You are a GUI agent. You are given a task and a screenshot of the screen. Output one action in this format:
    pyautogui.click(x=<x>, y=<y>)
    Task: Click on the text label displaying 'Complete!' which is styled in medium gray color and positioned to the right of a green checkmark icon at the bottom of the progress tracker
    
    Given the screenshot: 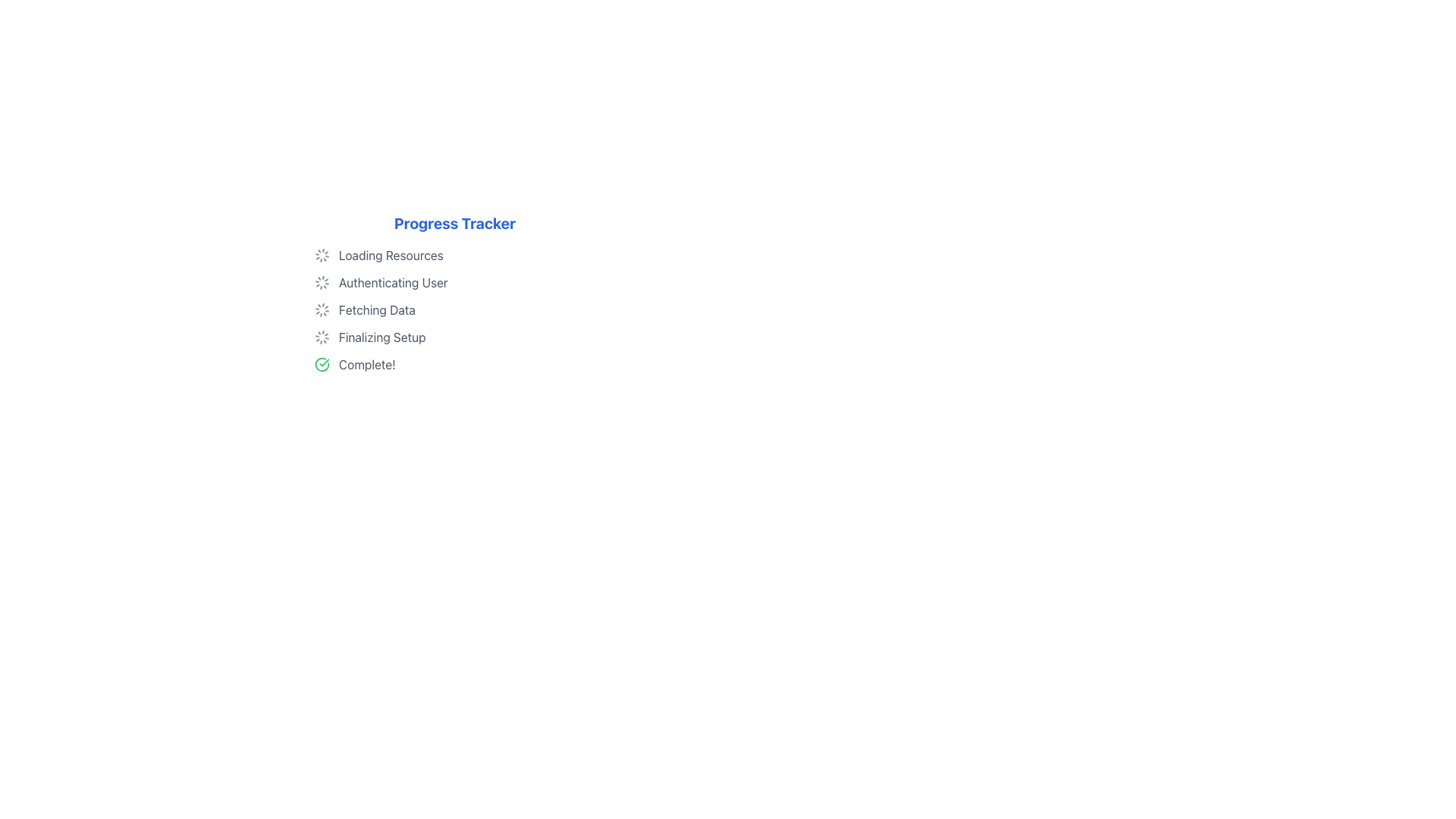 What is the action you would take?
    pyautogui.click(x=367, y=365)
    